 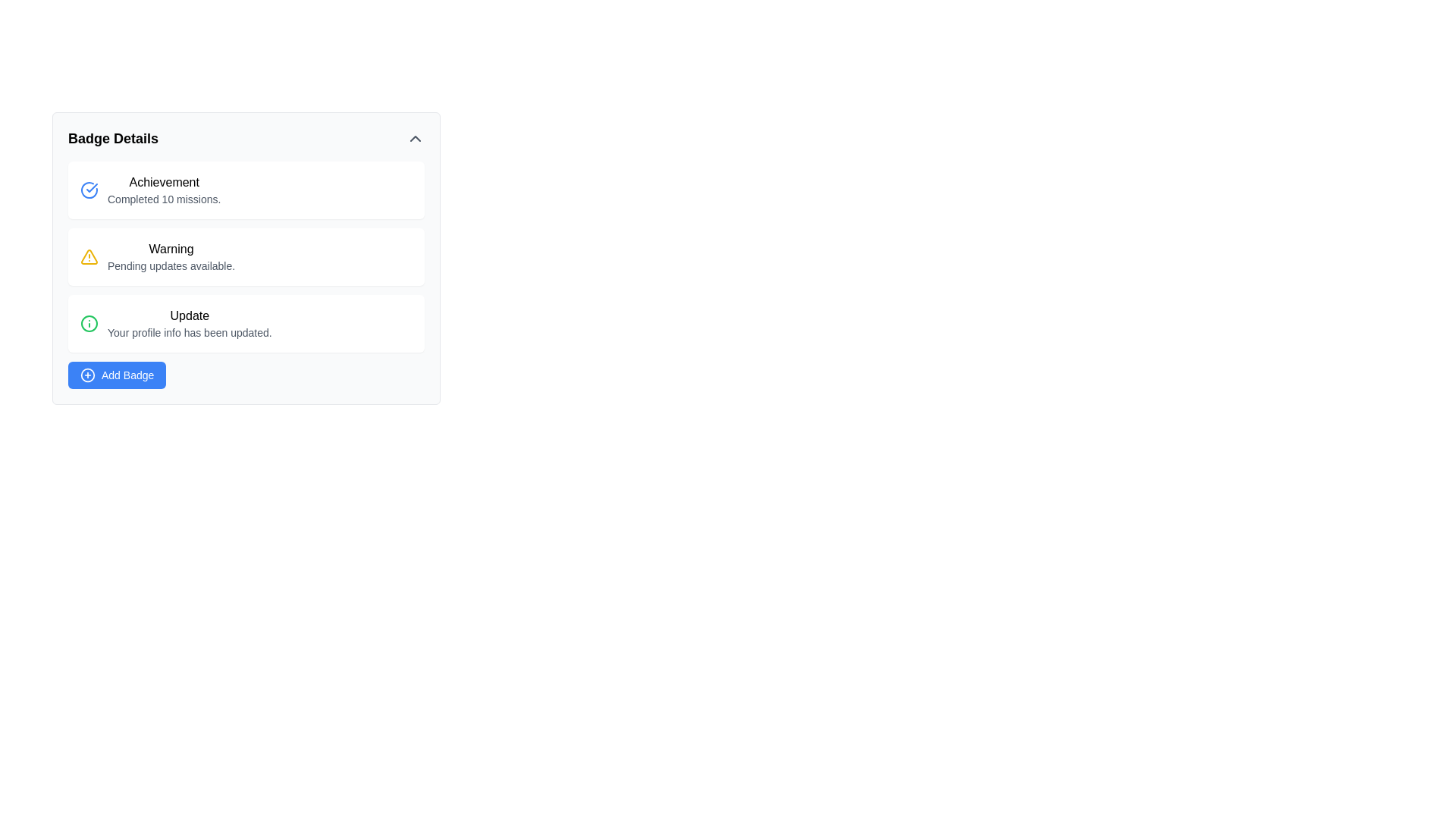 What do you see at coordinates (91, 187) in the screenshot?
I see `the small blue checkmark icon within the circular badge located next to the 'Achievement' badge text in the upper-left section of the 'Badge Details' card` at bounding box center [91, 187].